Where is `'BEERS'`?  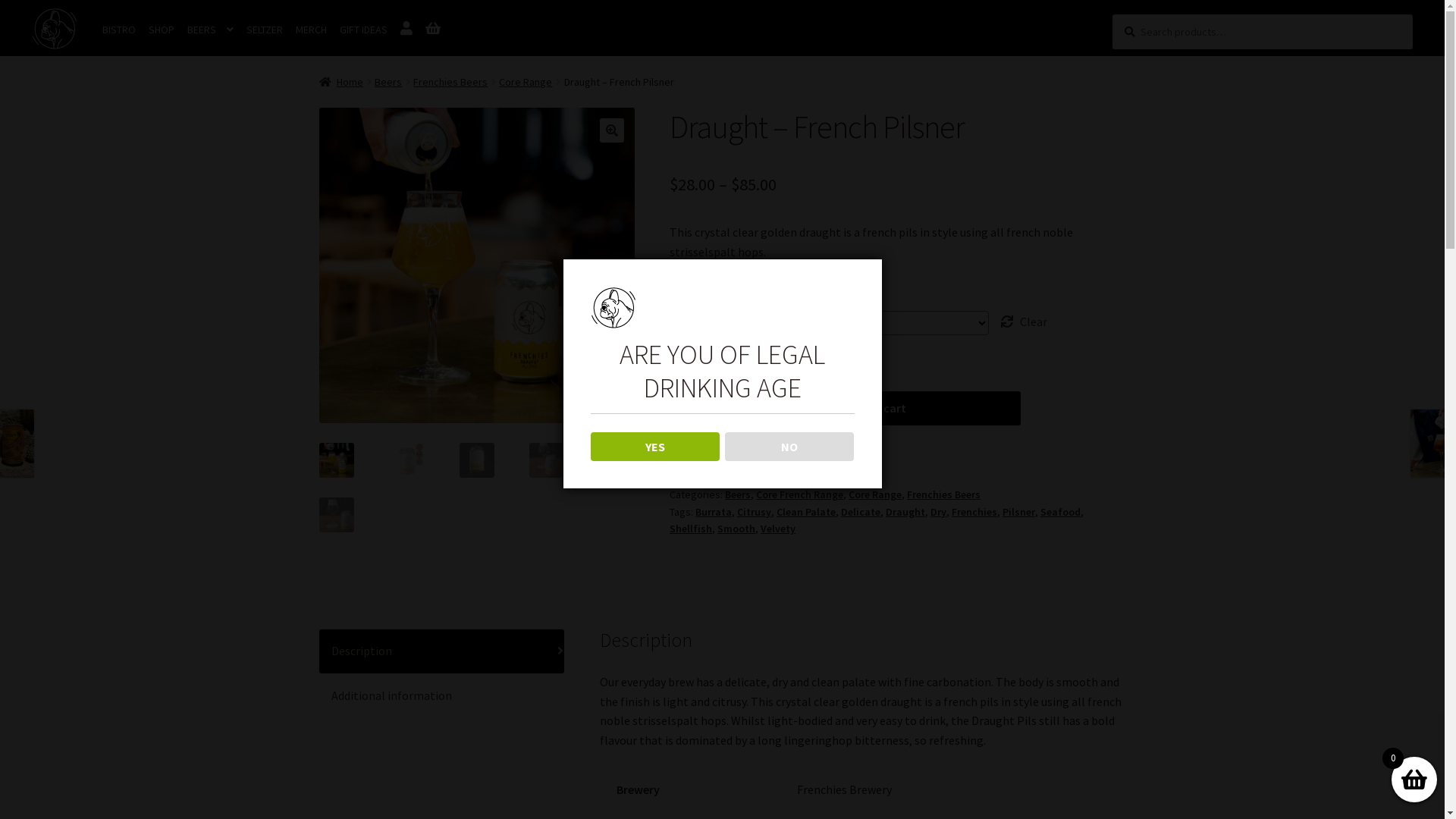
'BEERS' is located at coordinates (209, 30).